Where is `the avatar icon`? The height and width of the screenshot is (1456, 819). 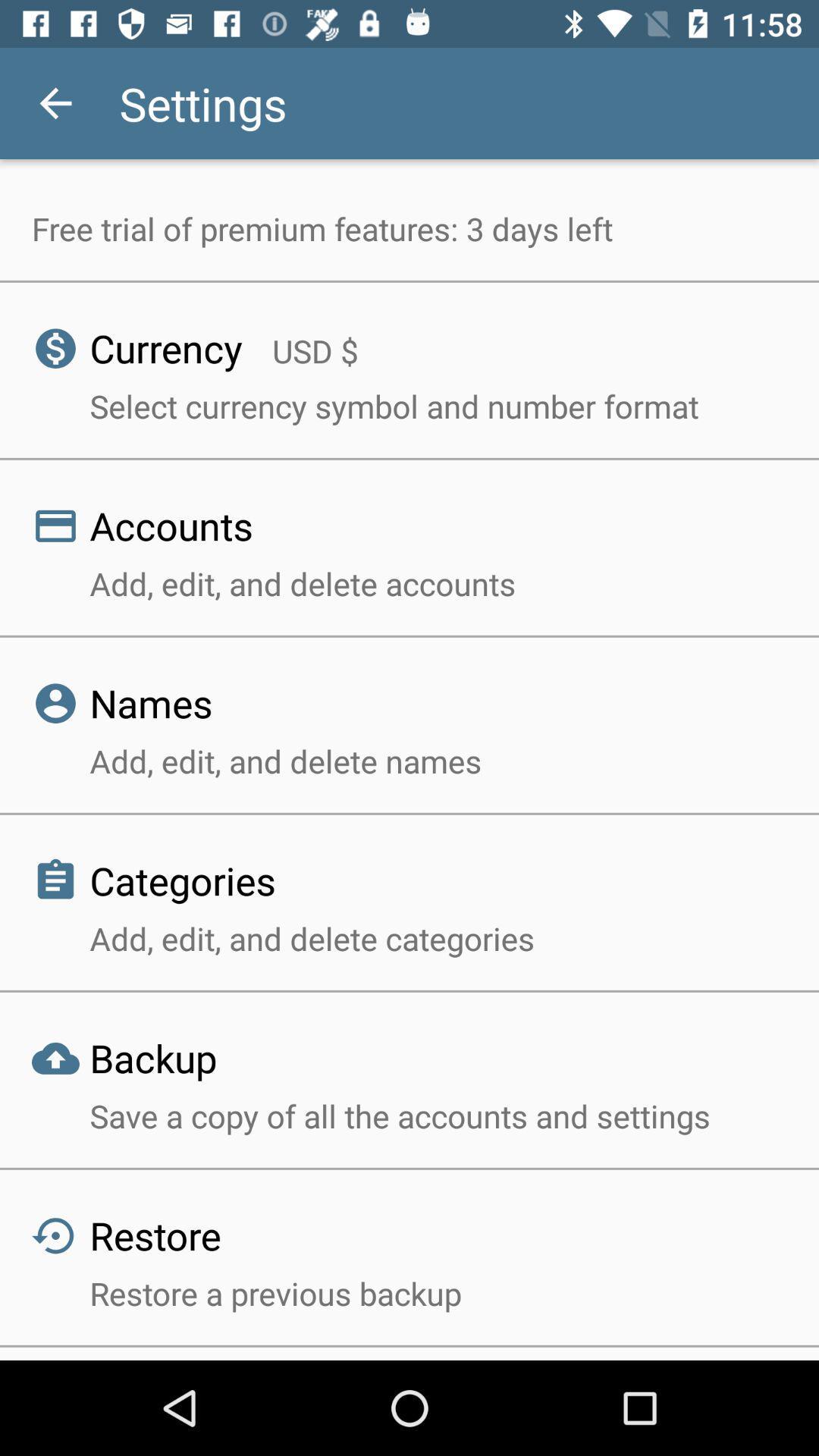
the avatar icon is located at coordinates (39, 682).